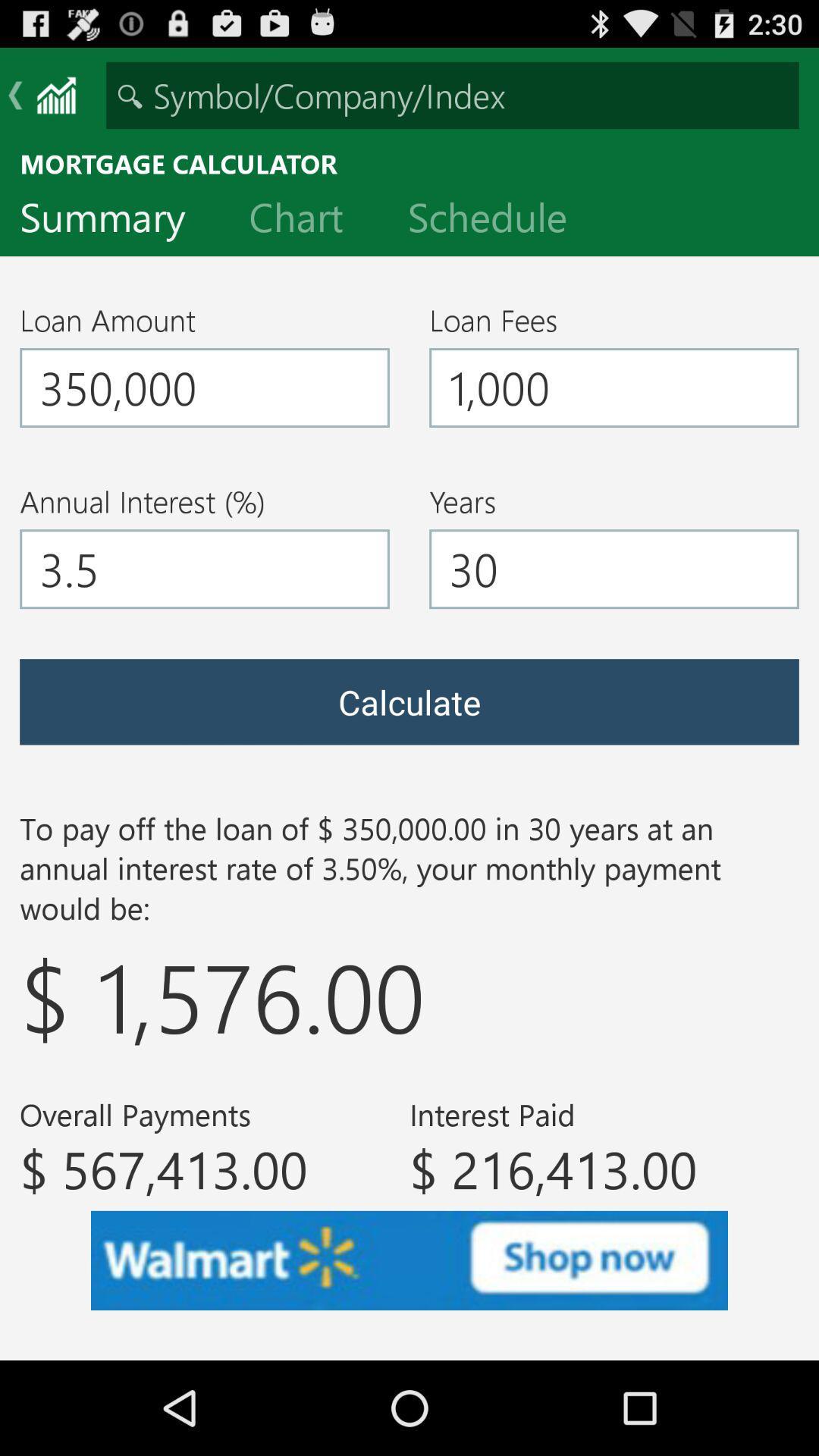 This screenshot has height=1456, width=819. Describe the element at coordinates (114, 220) in the screenshot. I see `the icon below the mortgage calculator icon` at that location.